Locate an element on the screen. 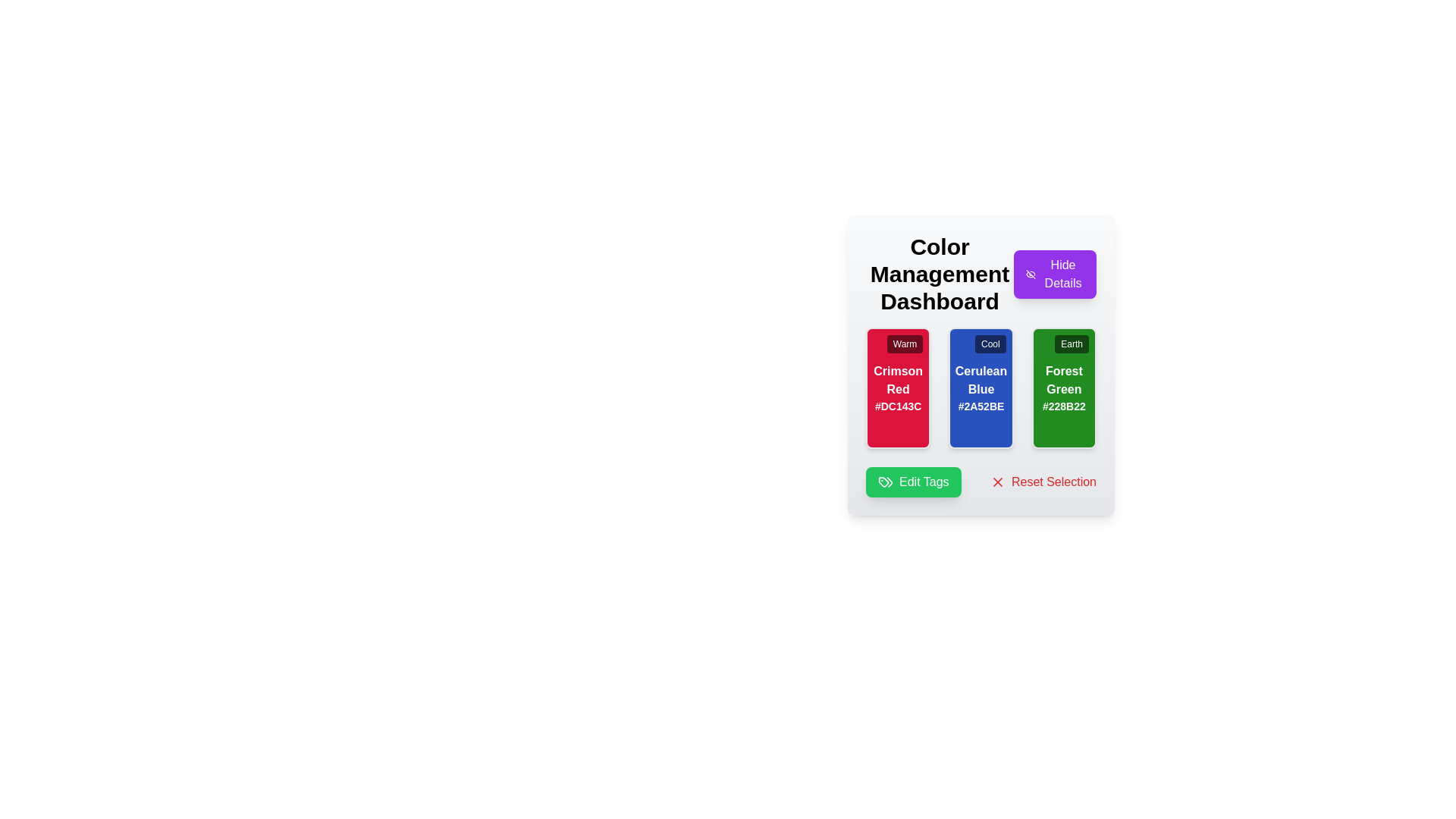 Image resolution: width=1456 pixels, height=819 pixels. the rectangular button with a purple background and white text that reads 'Hide Details', located at the top-right corner next to the 'Color Management Dashboard' text is located at coordinates (1054, 275).